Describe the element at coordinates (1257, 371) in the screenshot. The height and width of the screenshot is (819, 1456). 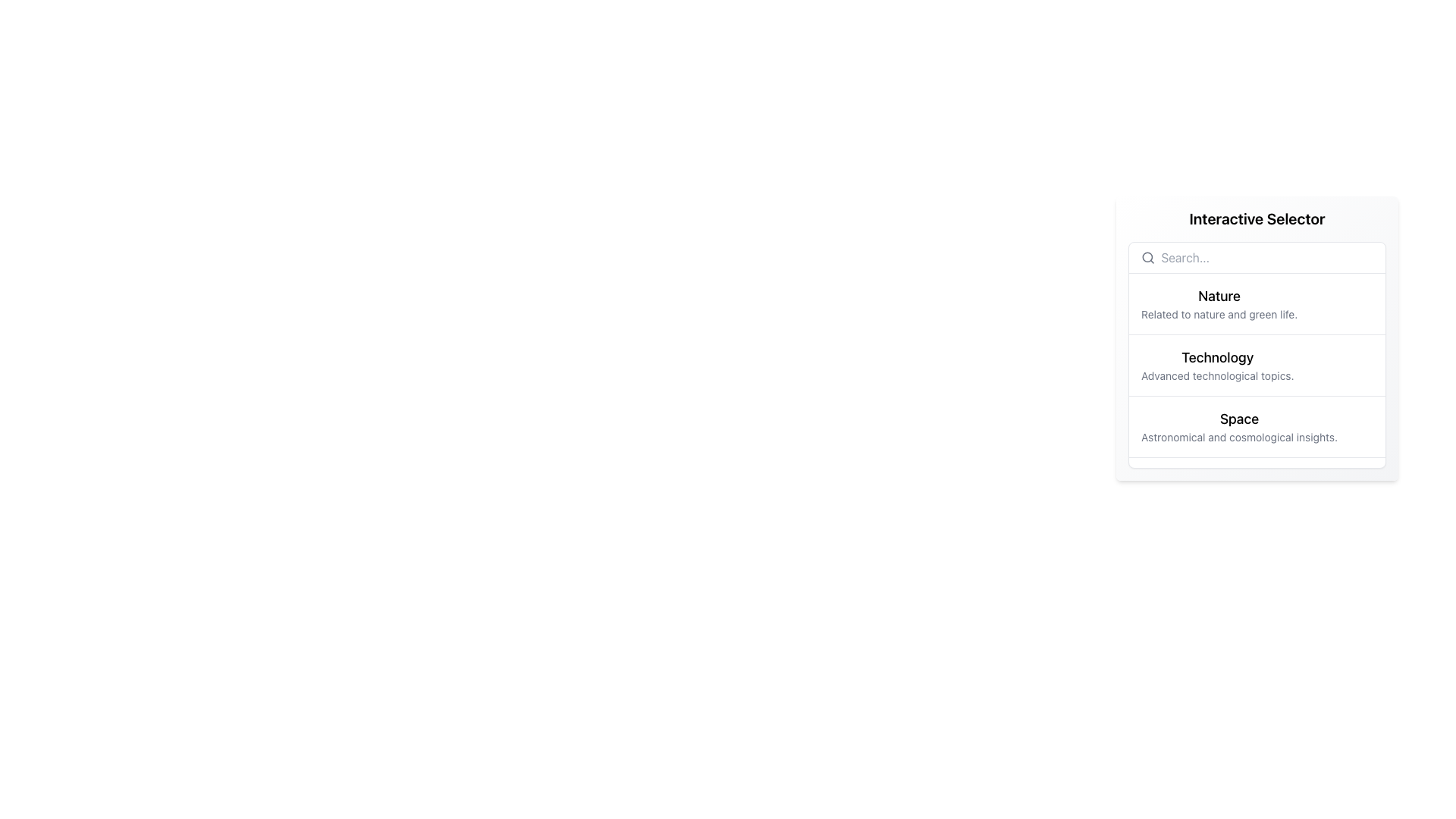
I see `the 'Technology' option in the dropdown menu` at that location.